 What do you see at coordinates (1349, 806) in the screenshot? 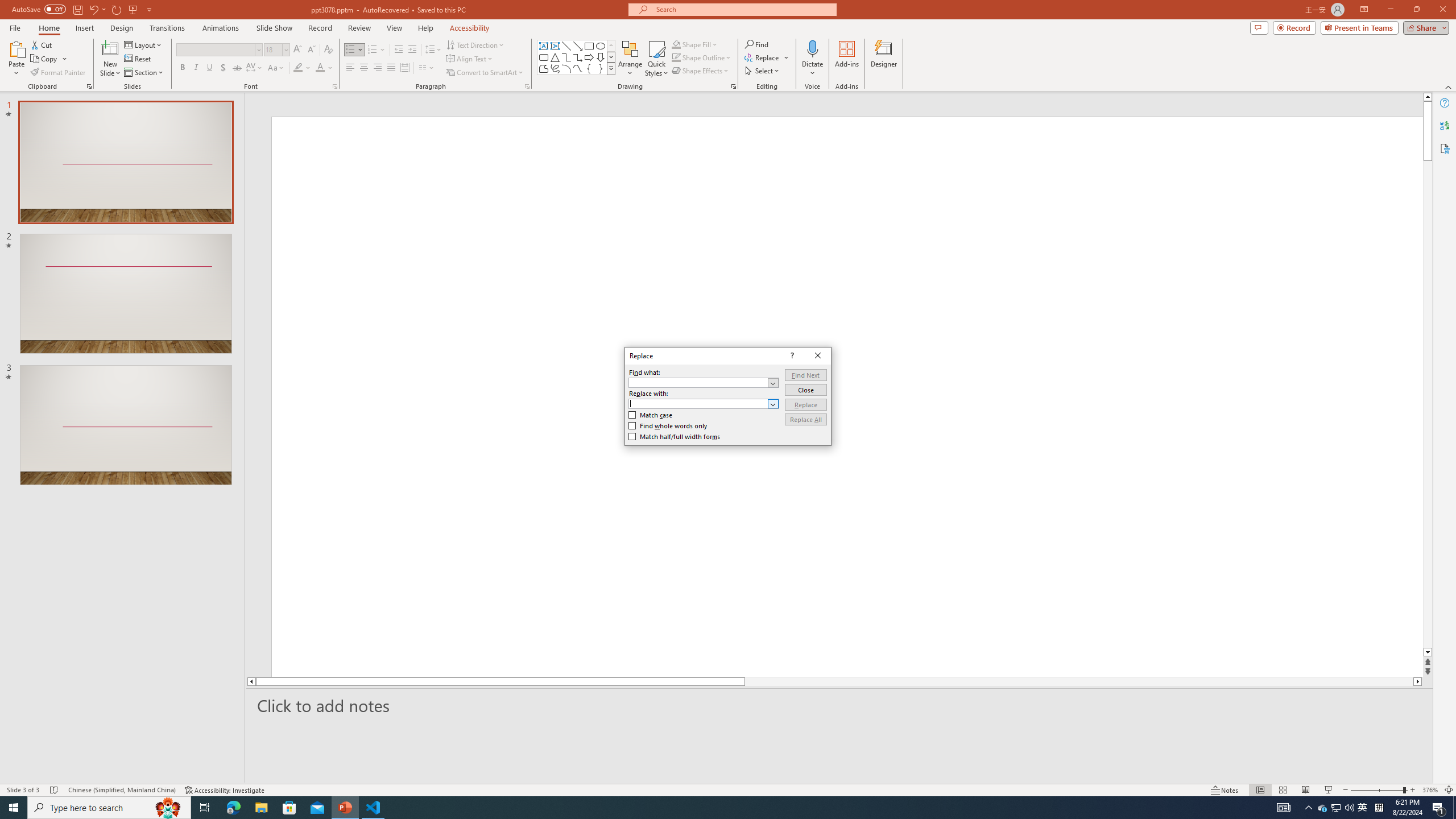
I see `'Q2790: 100%'` at bounding box center [1349, 806].